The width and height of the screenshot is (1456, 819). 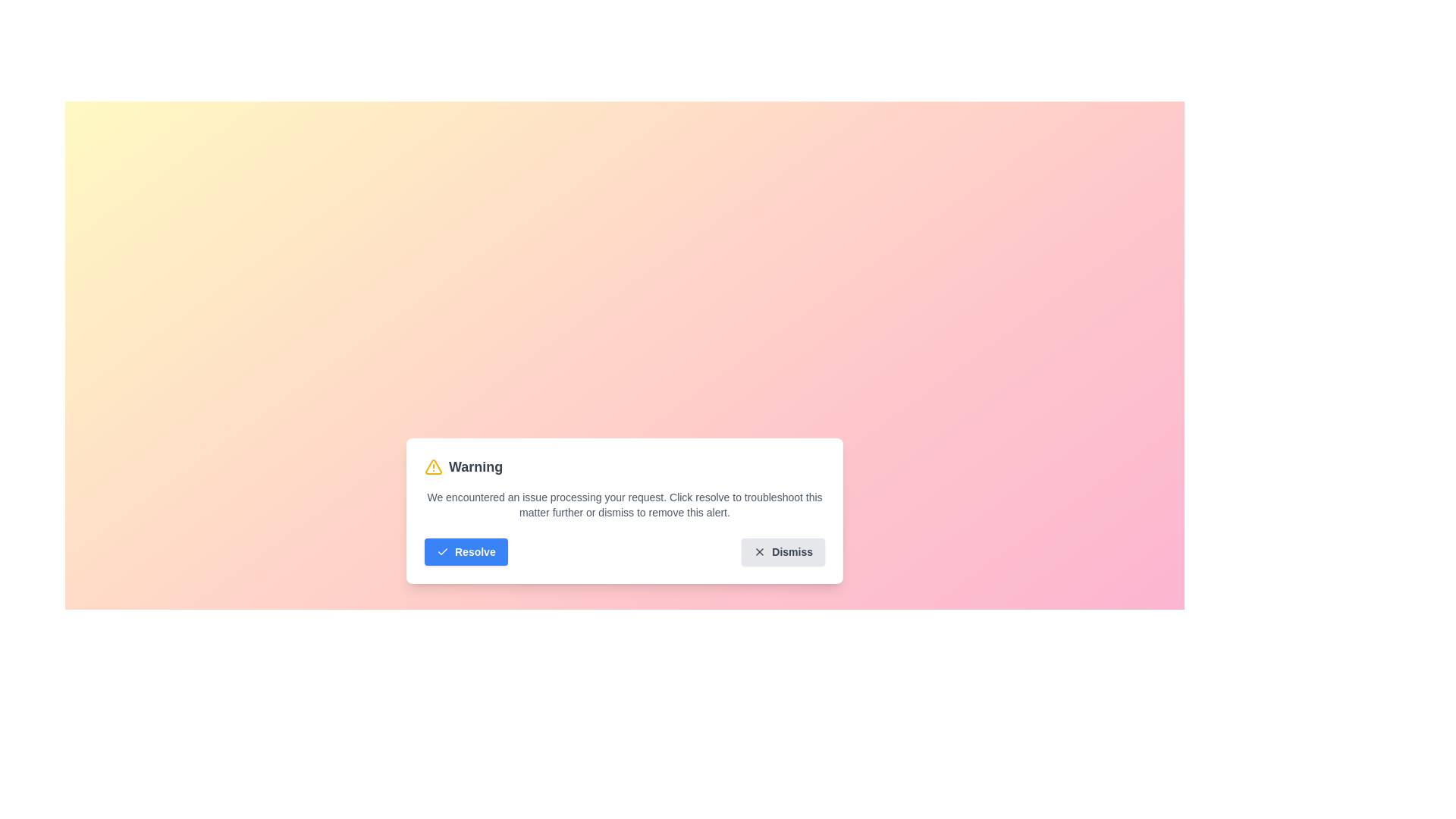 What do you see at coordinates (475, 466) in the screenshot?
I see `the bold, large-sized text stating 'Warning' that is dark gray and positioned next to an alert icon in the warning message` at bounding box center [475, 466].